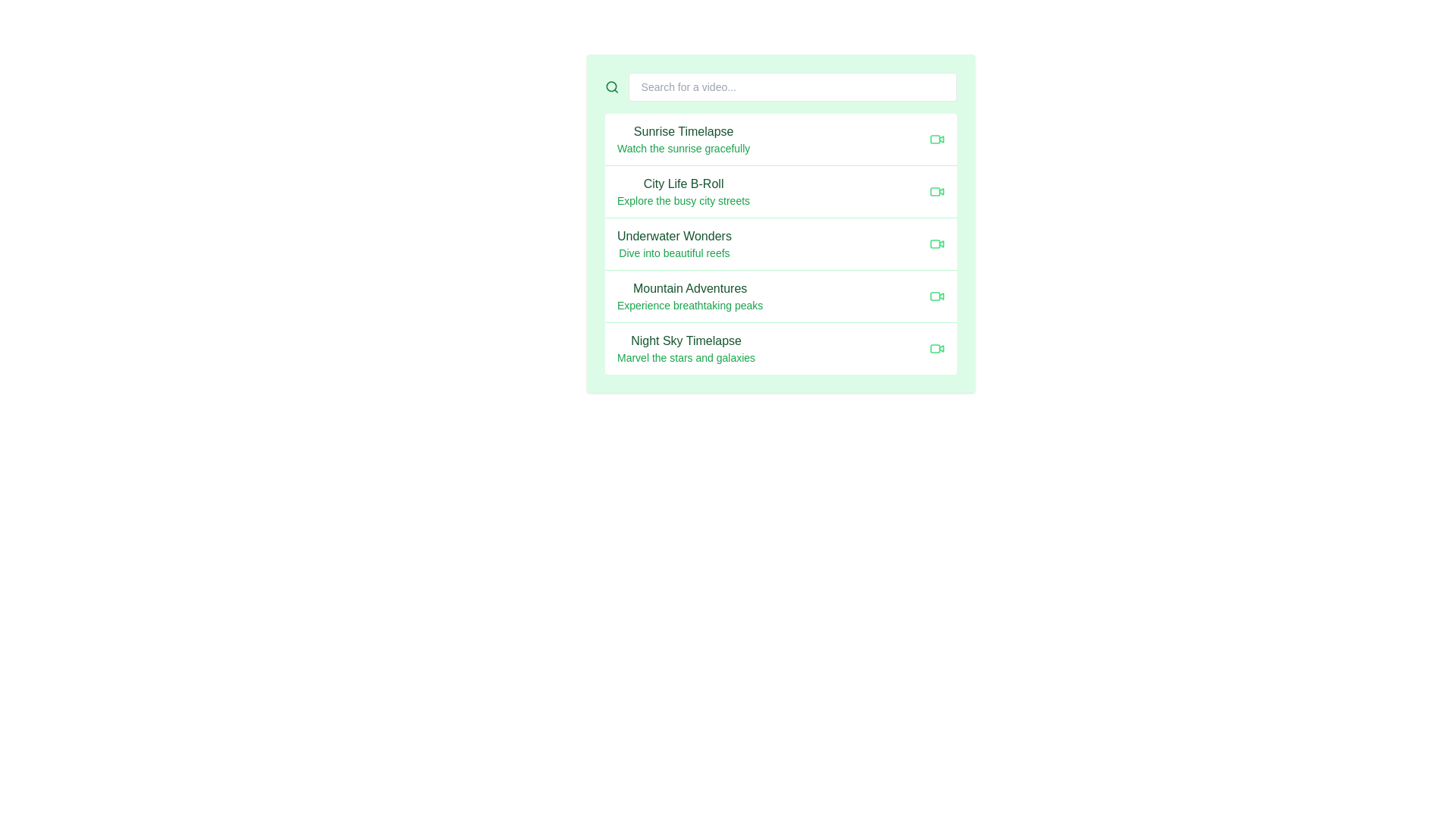 This screenshot has width=1456, height=819. I want to click on the video indicator icon located at the far right end of the row containing the title 'Night Sky Timelapse' and the description 'Marvel the stars and galaxies.', so click(937, 348).